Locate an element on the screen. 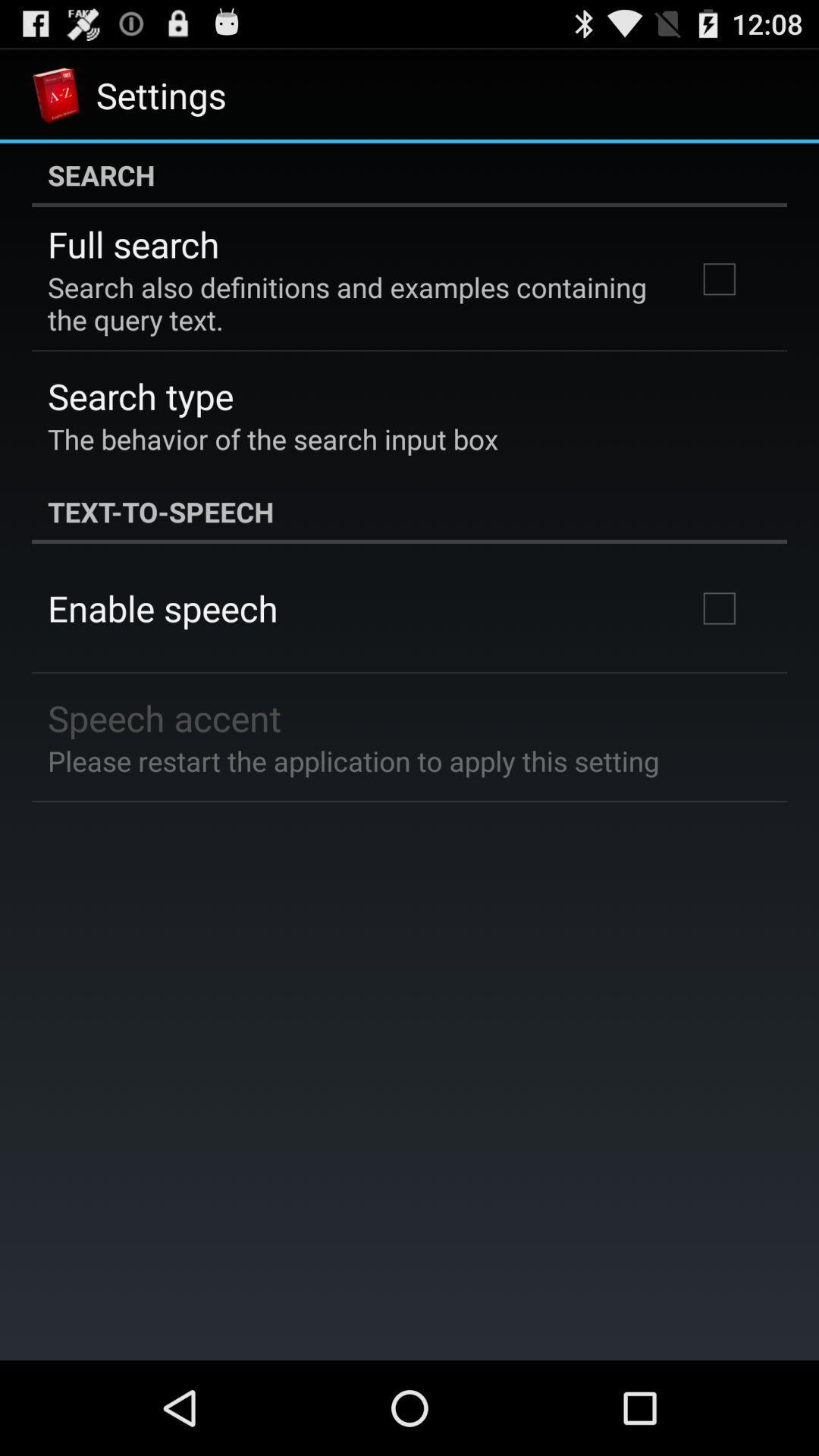 The height and width of the screenshot is (1456, 819). item above the text-to-speech icon is located at coordinates (271, 438).